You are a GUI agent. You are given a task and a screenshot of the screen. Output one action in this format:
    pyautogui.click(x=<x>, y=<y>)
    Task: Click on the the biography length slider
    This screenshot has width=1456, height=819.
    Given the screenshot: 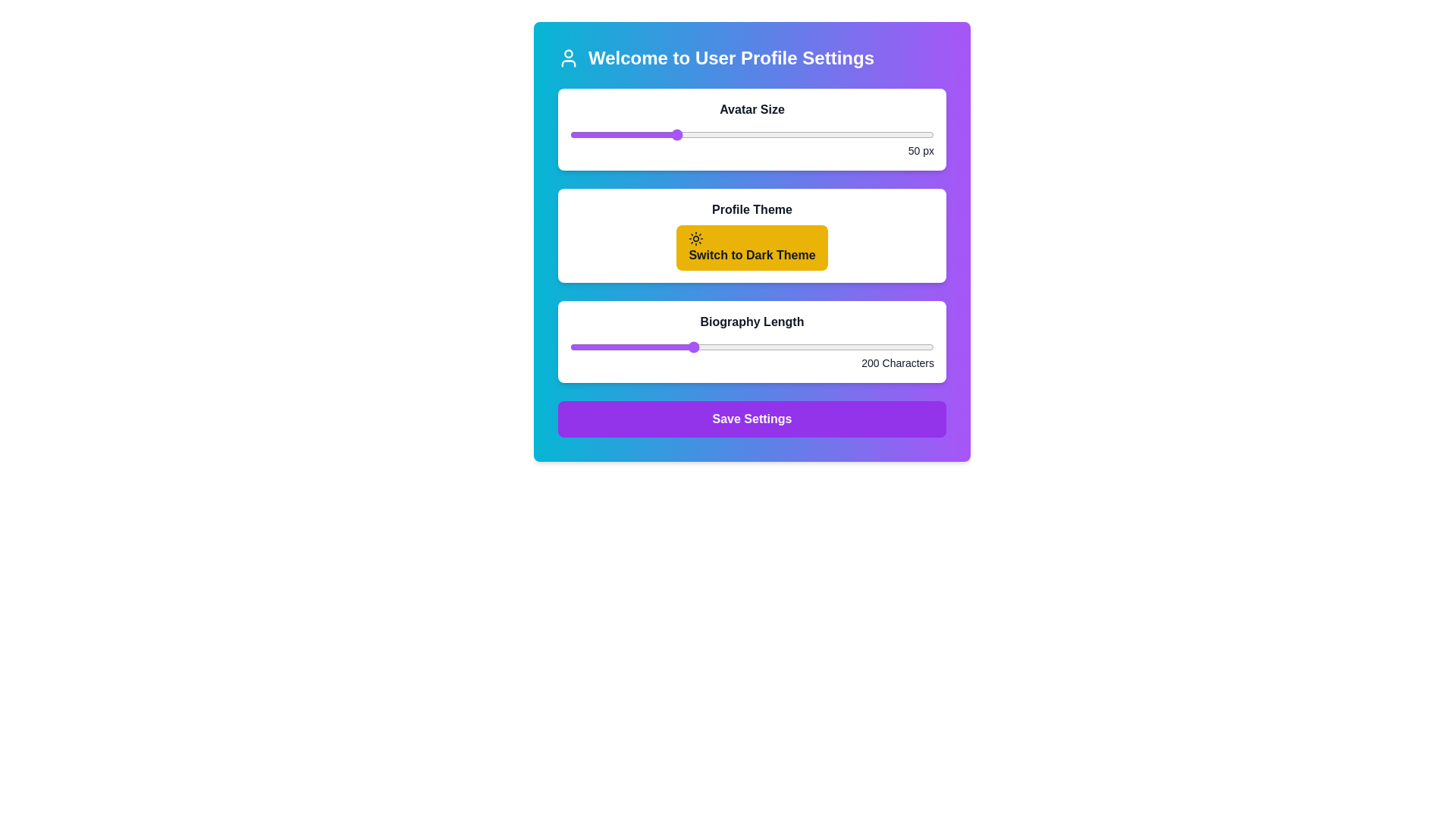 What is the action you would take?
    pyautogui.click(x=856, y=347)
    